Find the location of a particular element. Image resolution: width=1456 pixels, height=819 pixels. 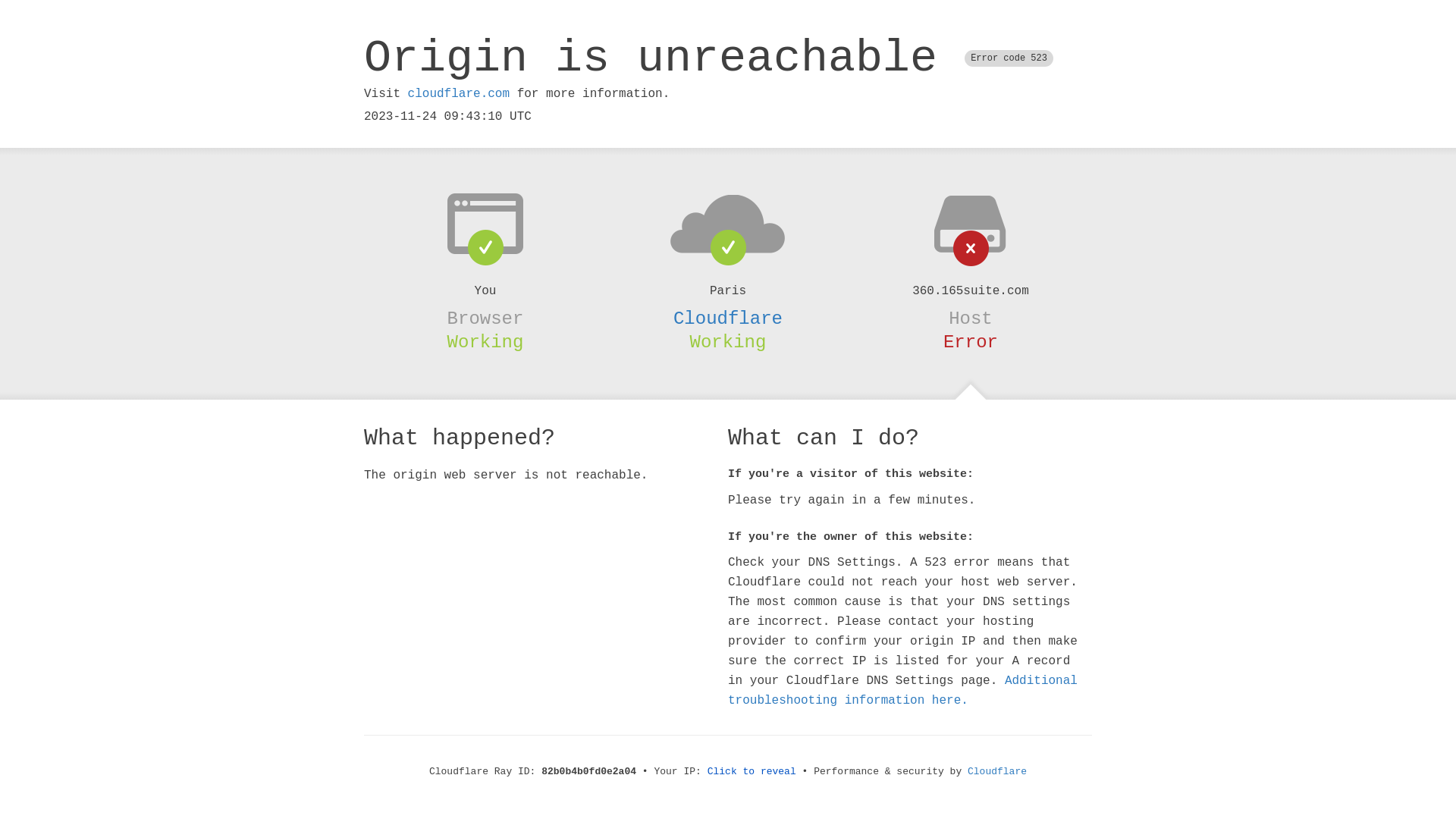

'Cloudflare' is located at coordinates (967, 771).